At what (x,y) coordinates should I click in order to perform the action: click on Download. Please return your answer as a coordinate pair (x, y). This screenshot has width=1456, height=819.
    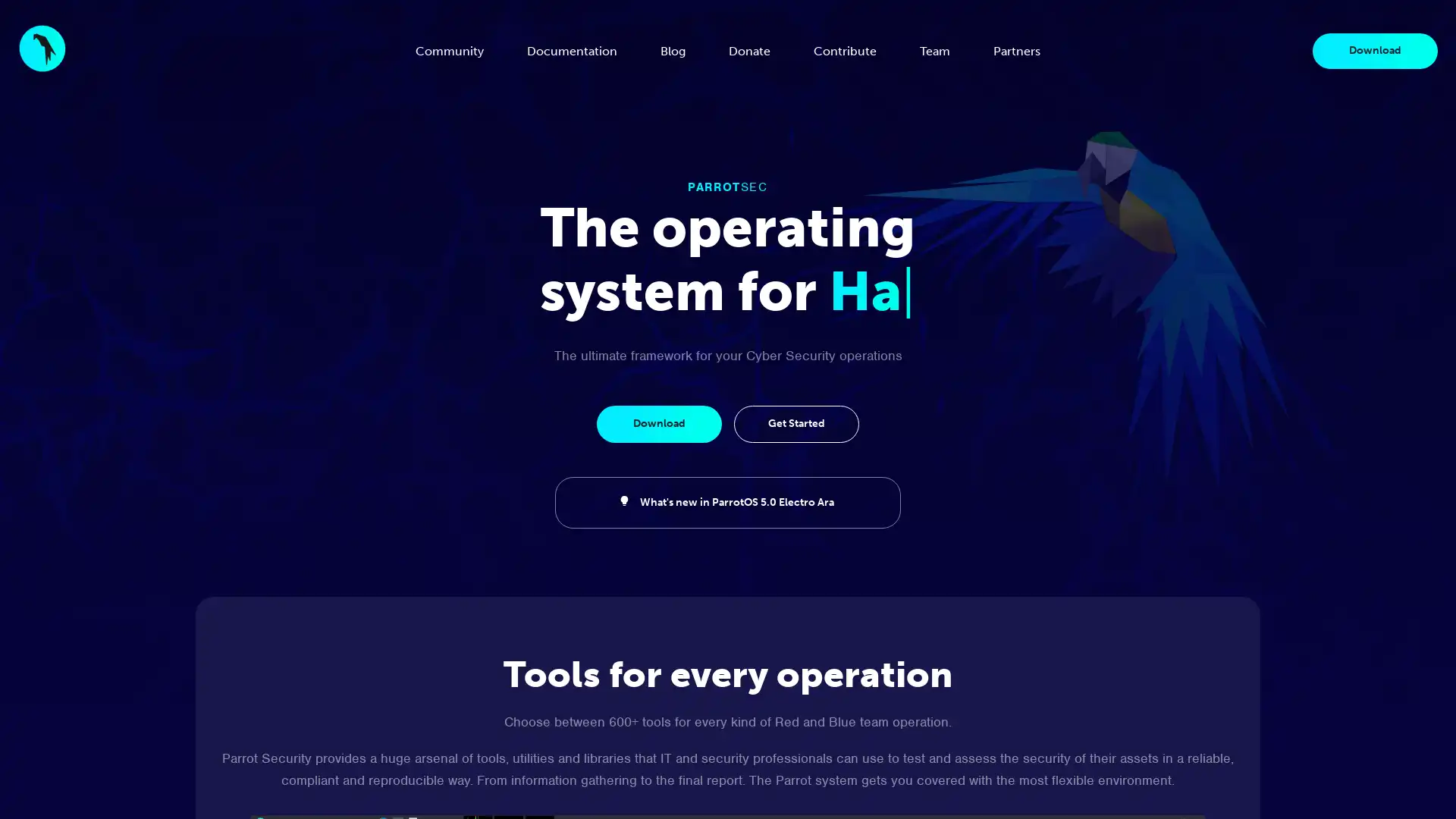
    Looking at the image, I should click on (659, 424).